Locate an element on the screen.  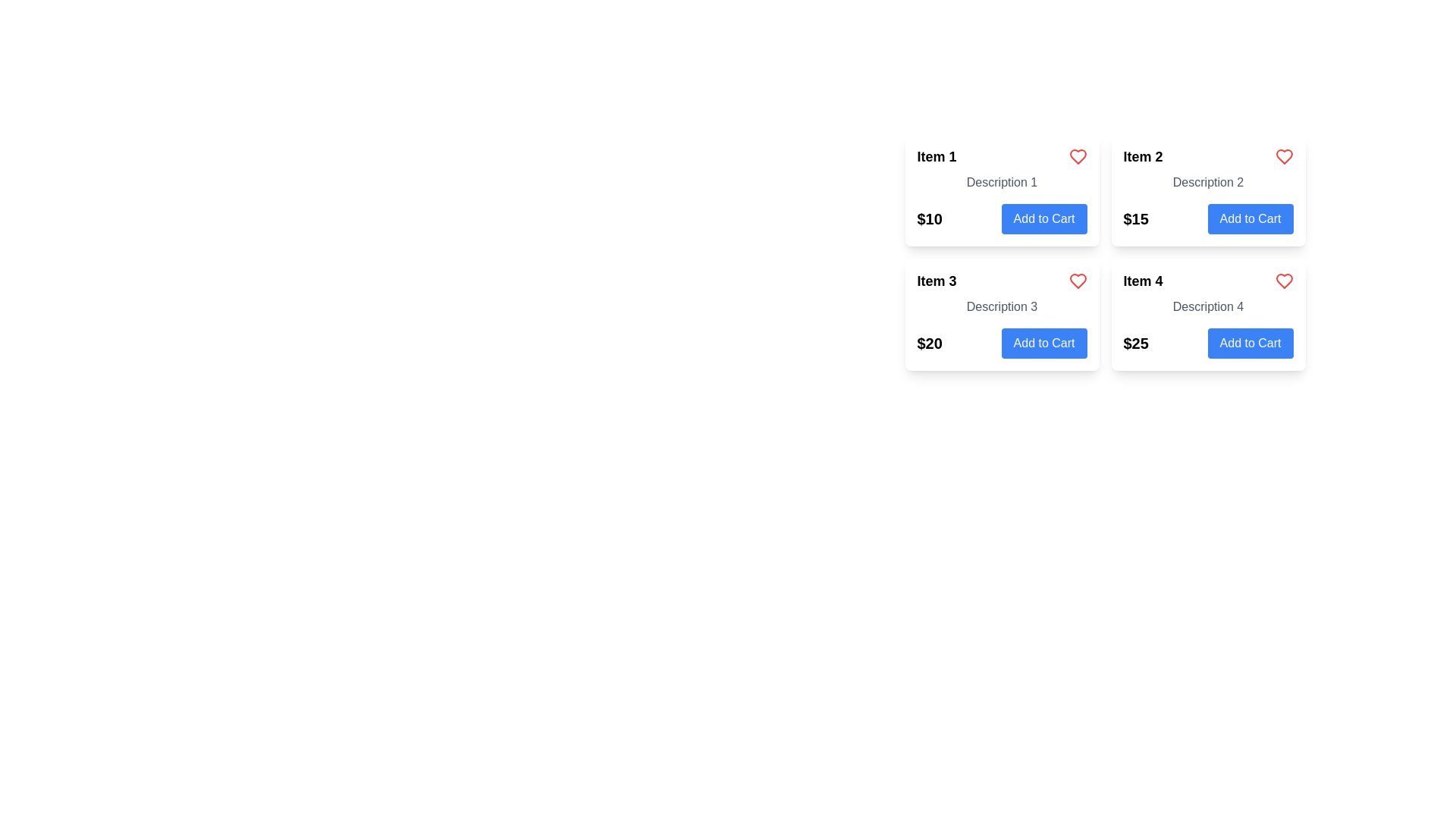
text content of the '$10' label located in the top-left card of the product information grid, just above the 'Add to Cart' button for 'Item 1' is located at coordinates (929, 219).